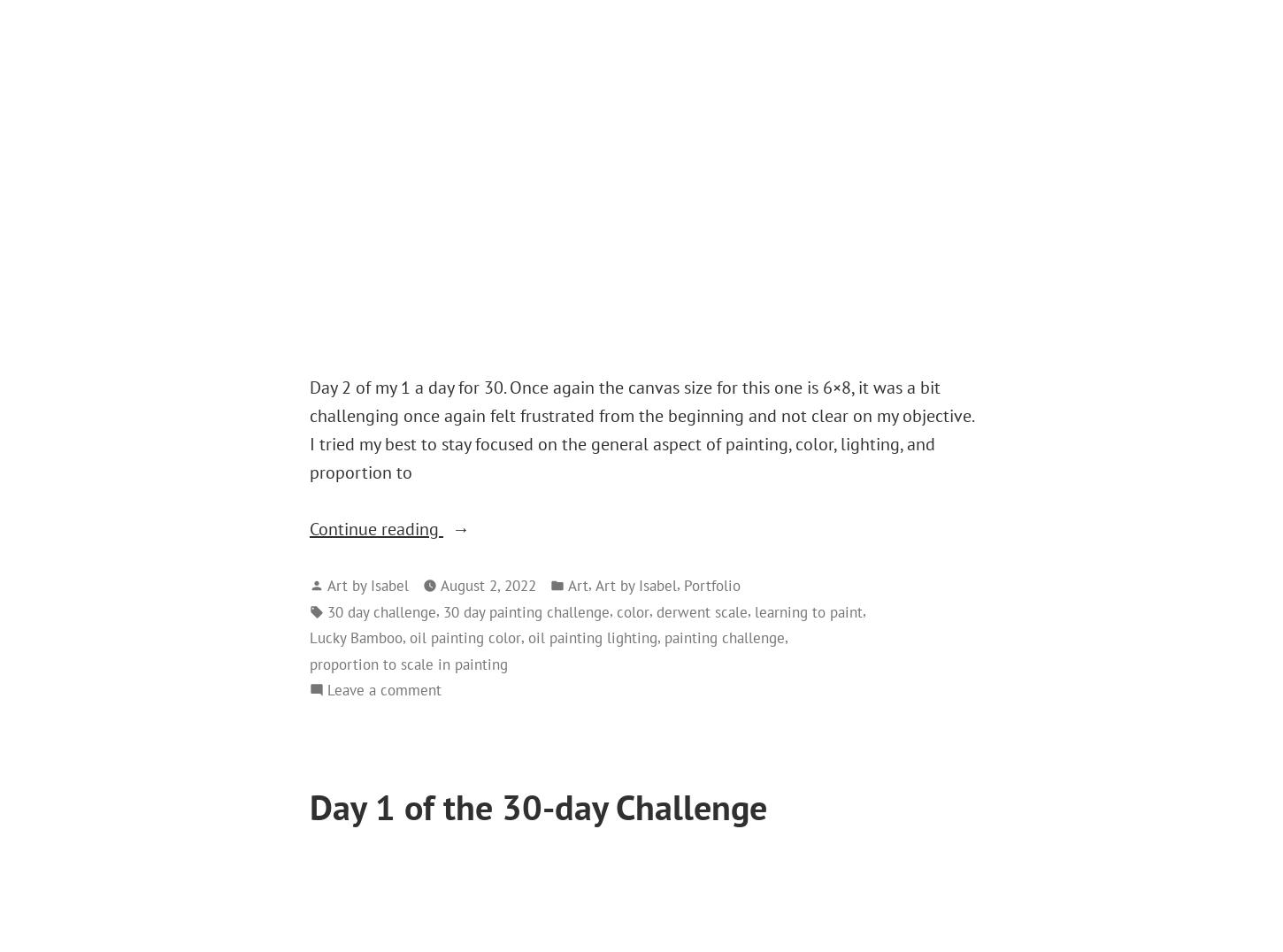 The height and width of the screenshot is (952, 1283). I want to click on 'Day 1 of the 30-day Challenge', so click(310, 806).